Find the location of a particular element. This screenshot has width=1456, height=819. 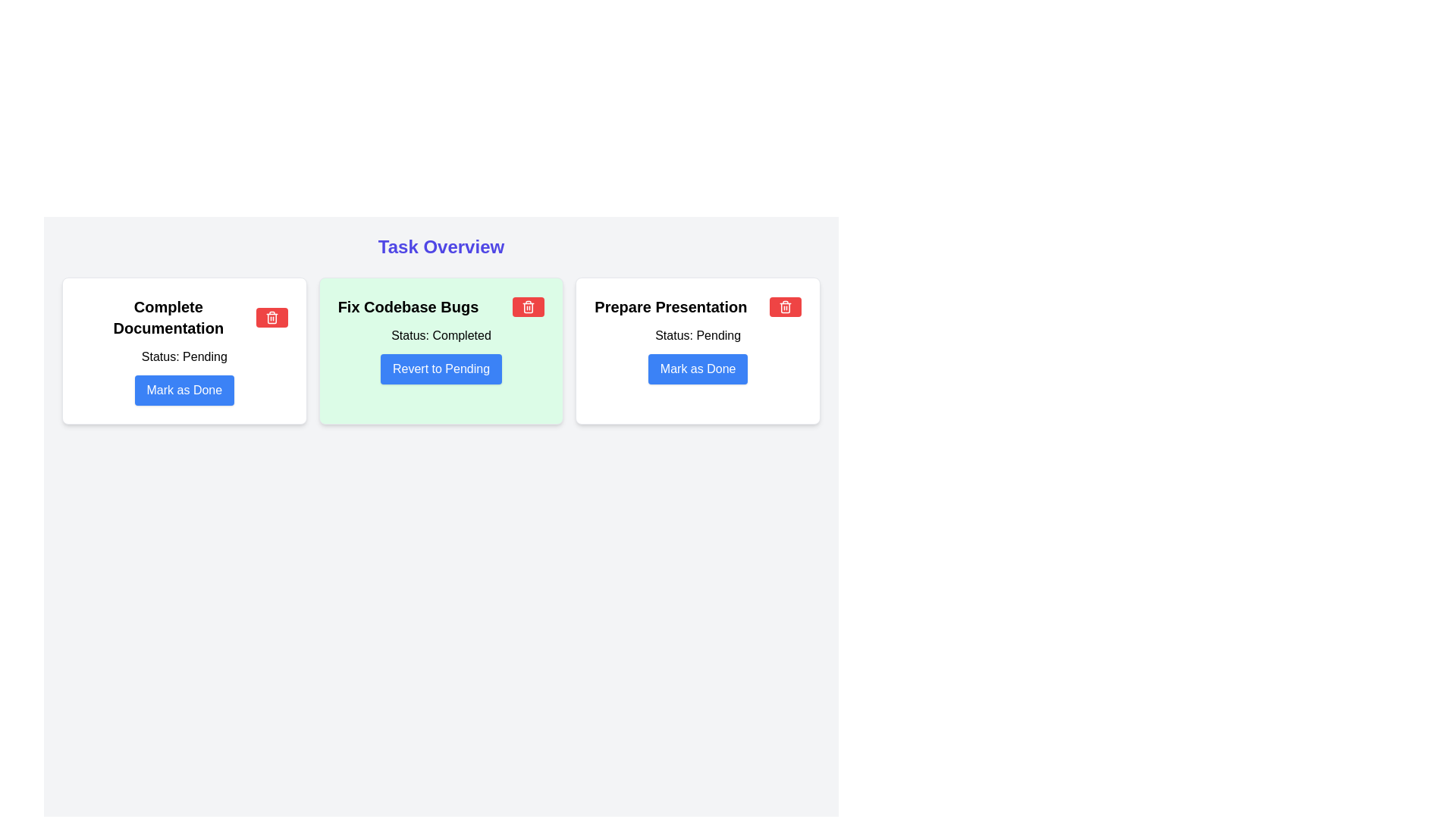

text label displaying 'Status: Pending' located below the title and icon within the 'Complete Documentation' card, above the 'Mark as Done' button is located at coordinates (184, 356).